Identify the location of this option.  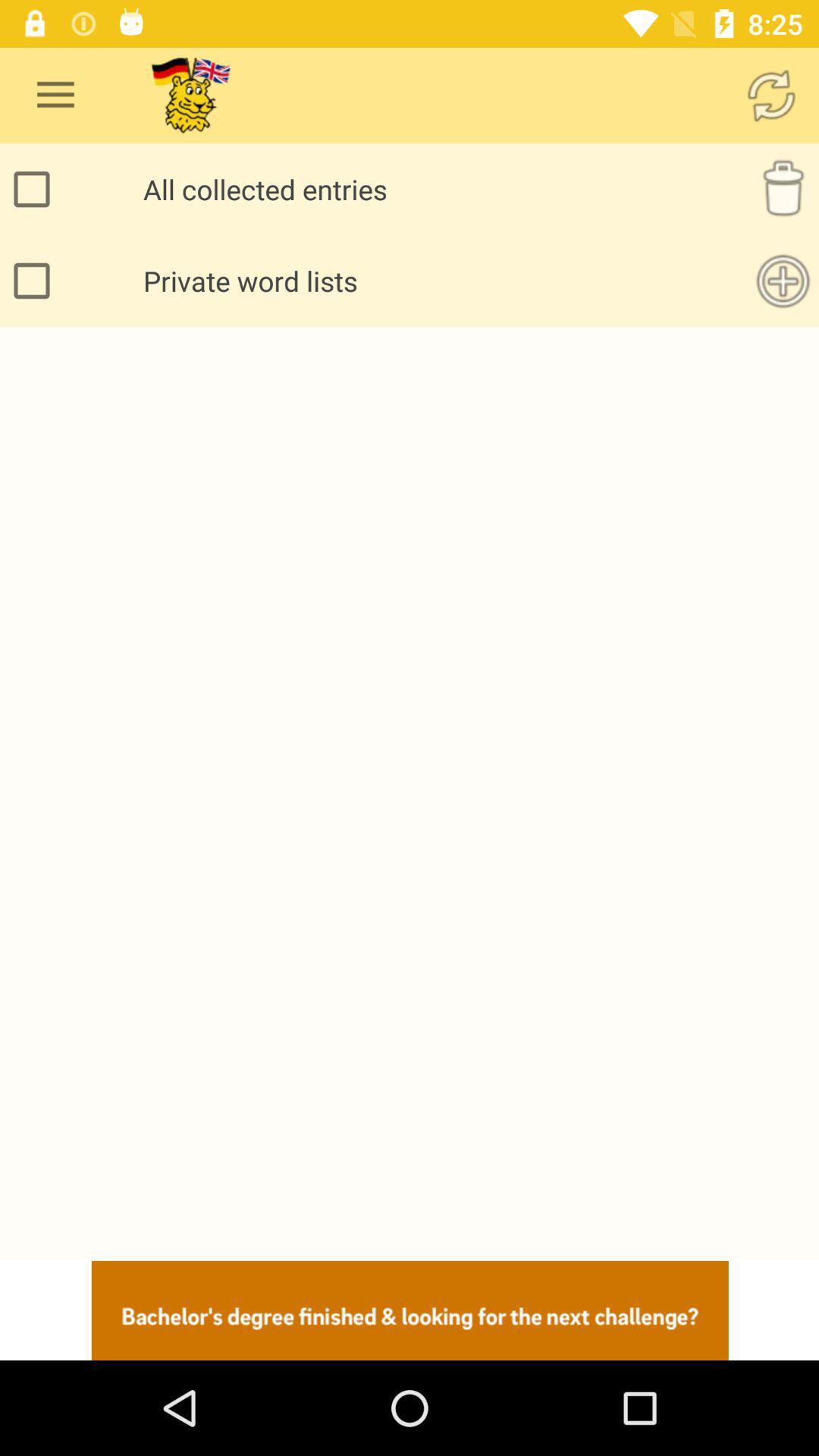
(35, 281).